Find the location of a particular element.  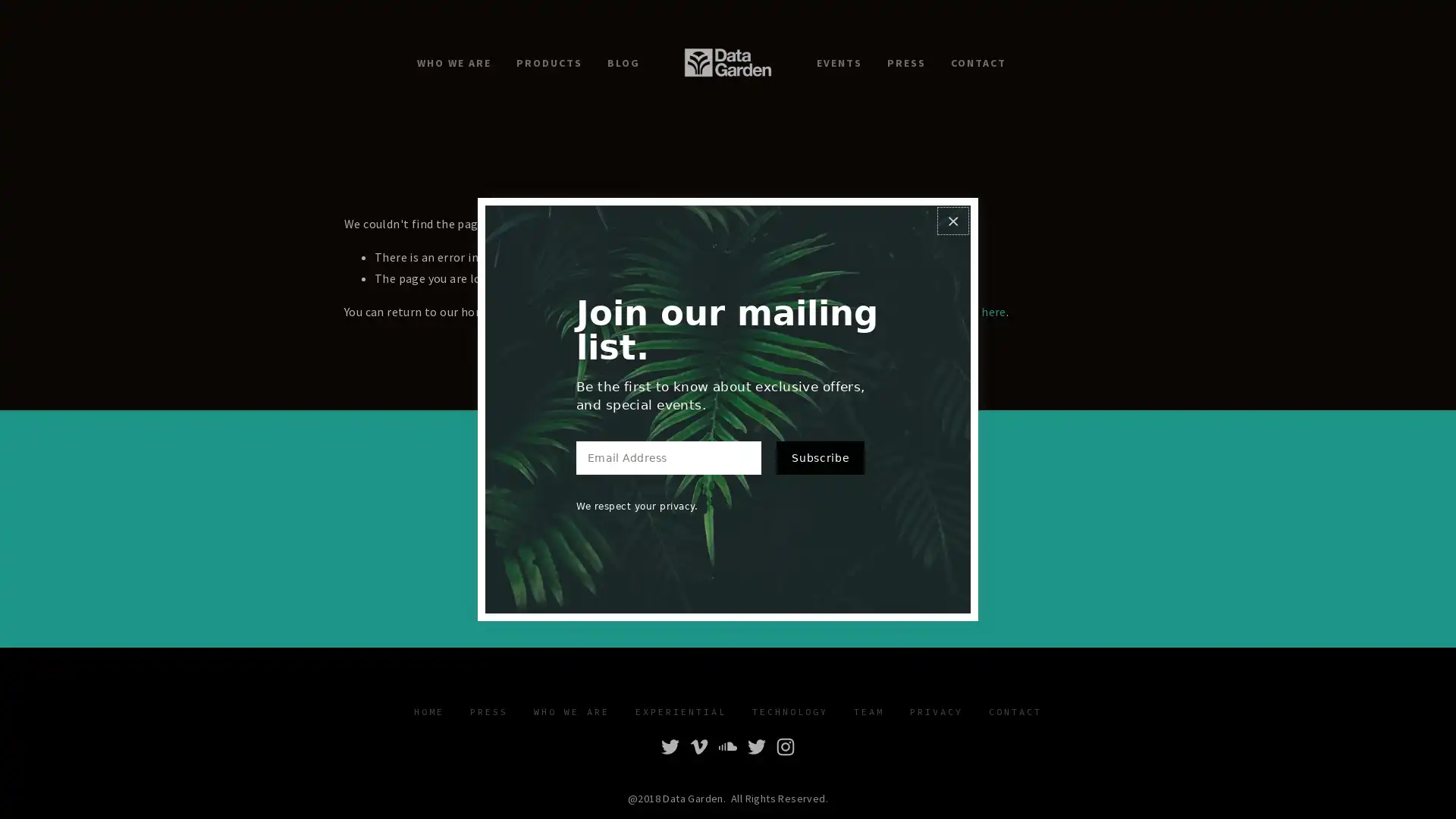

Close is located at coordinates (952, 210).